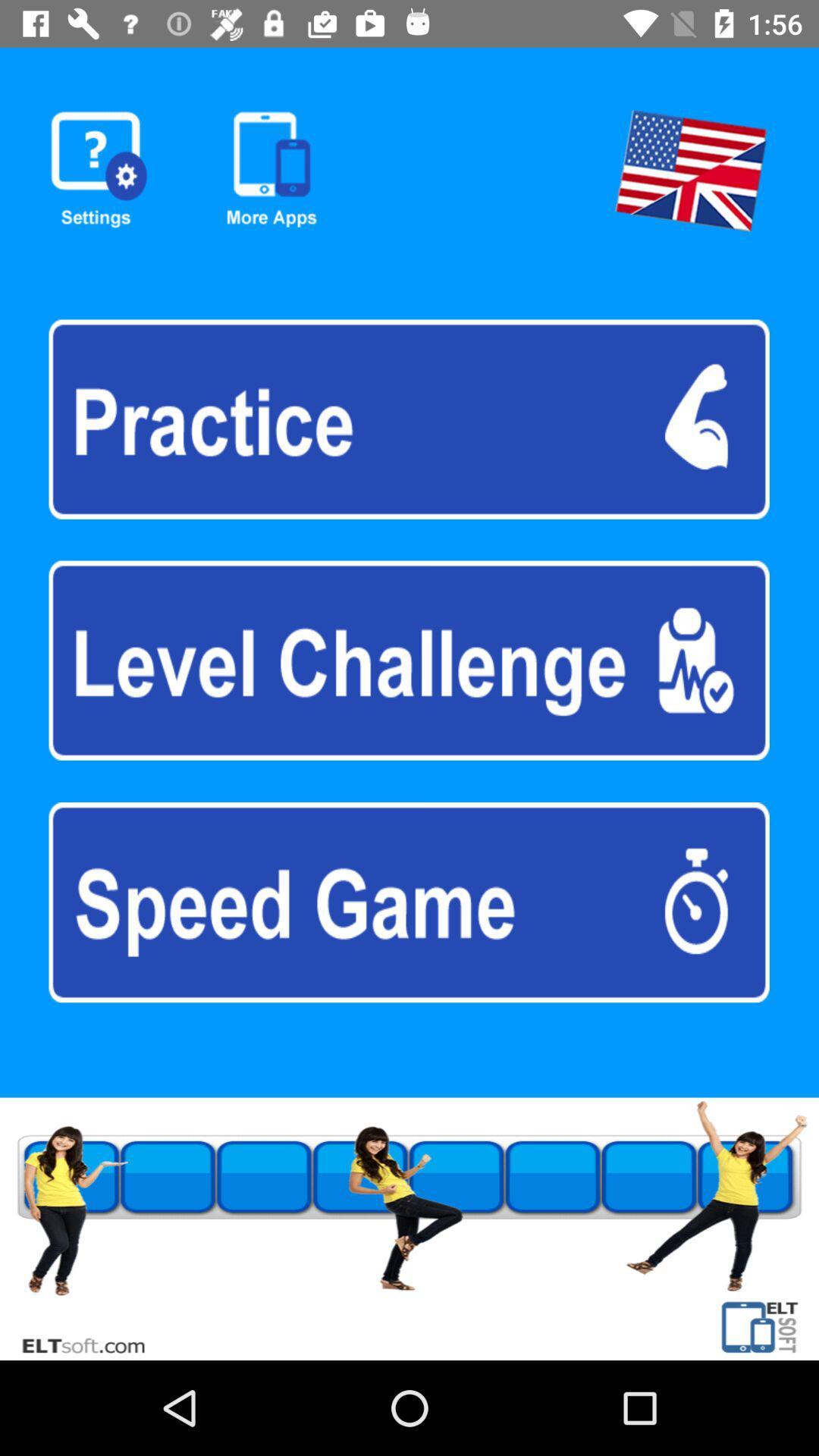  What do you see at coordinates (408, 661) in the screenshot?
I see `level challenge` at bounding box center [408, 661].